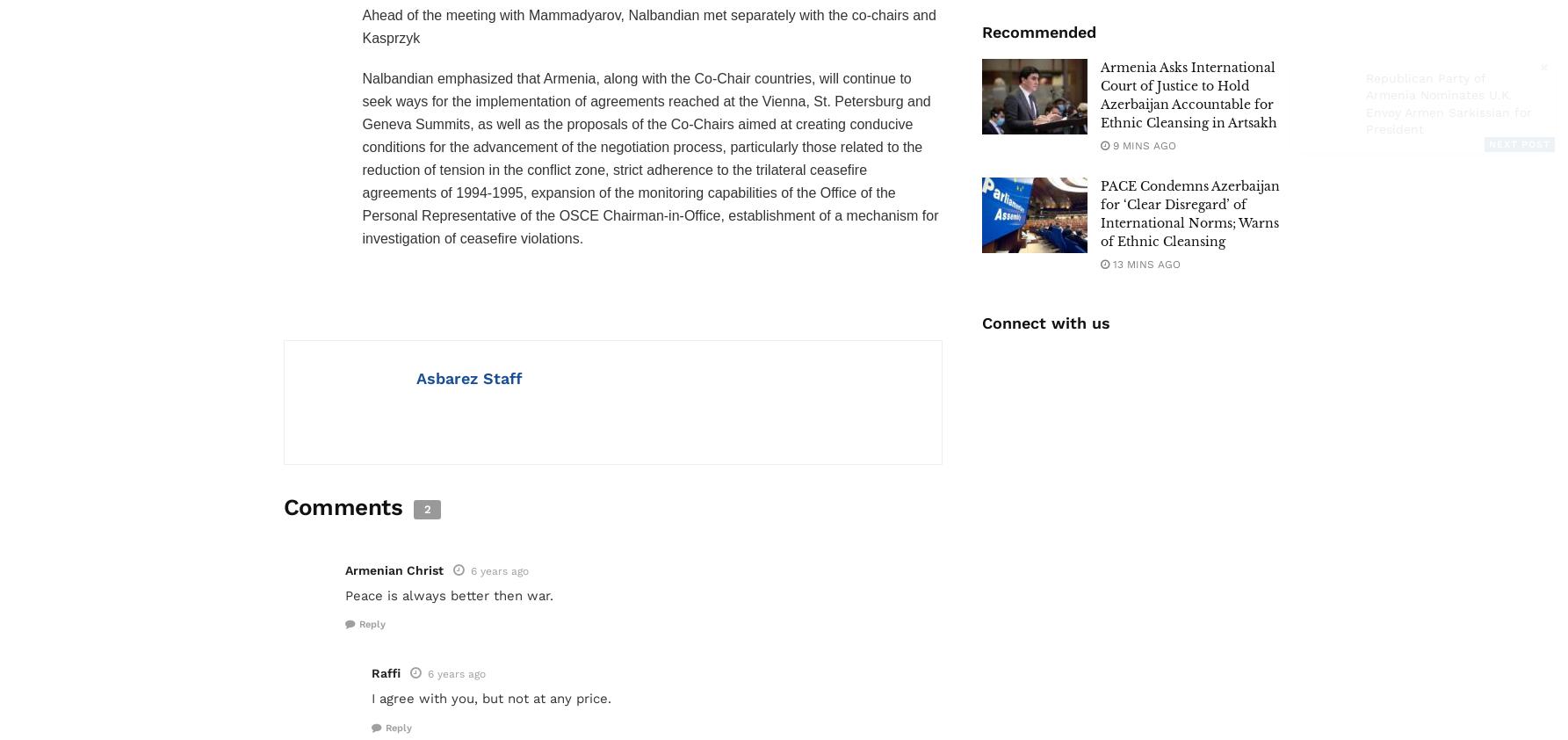  Describe the element at coordinates (1188, 93) in the screenshot. I see `'Armenia Asks International Court of Justice to Hold Azerbaijan Accountable for Ethnic Cleansing in Artsakh'` at that location.